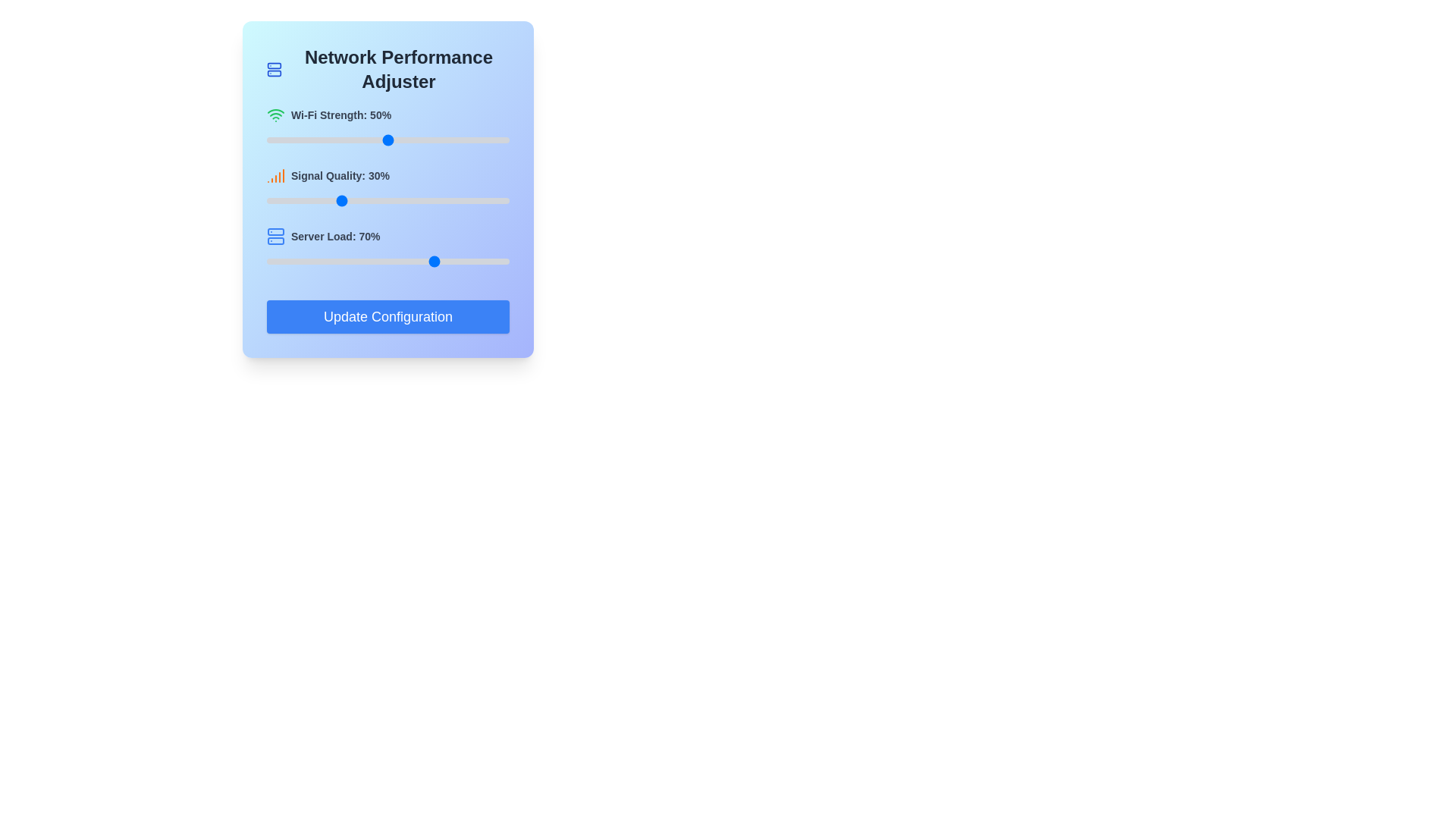 This screenshot has width=1456, height=819. What do you see at coordinates (433, 200) in the screenshot?
I see `signal quality` at bounding box center [433, 200].